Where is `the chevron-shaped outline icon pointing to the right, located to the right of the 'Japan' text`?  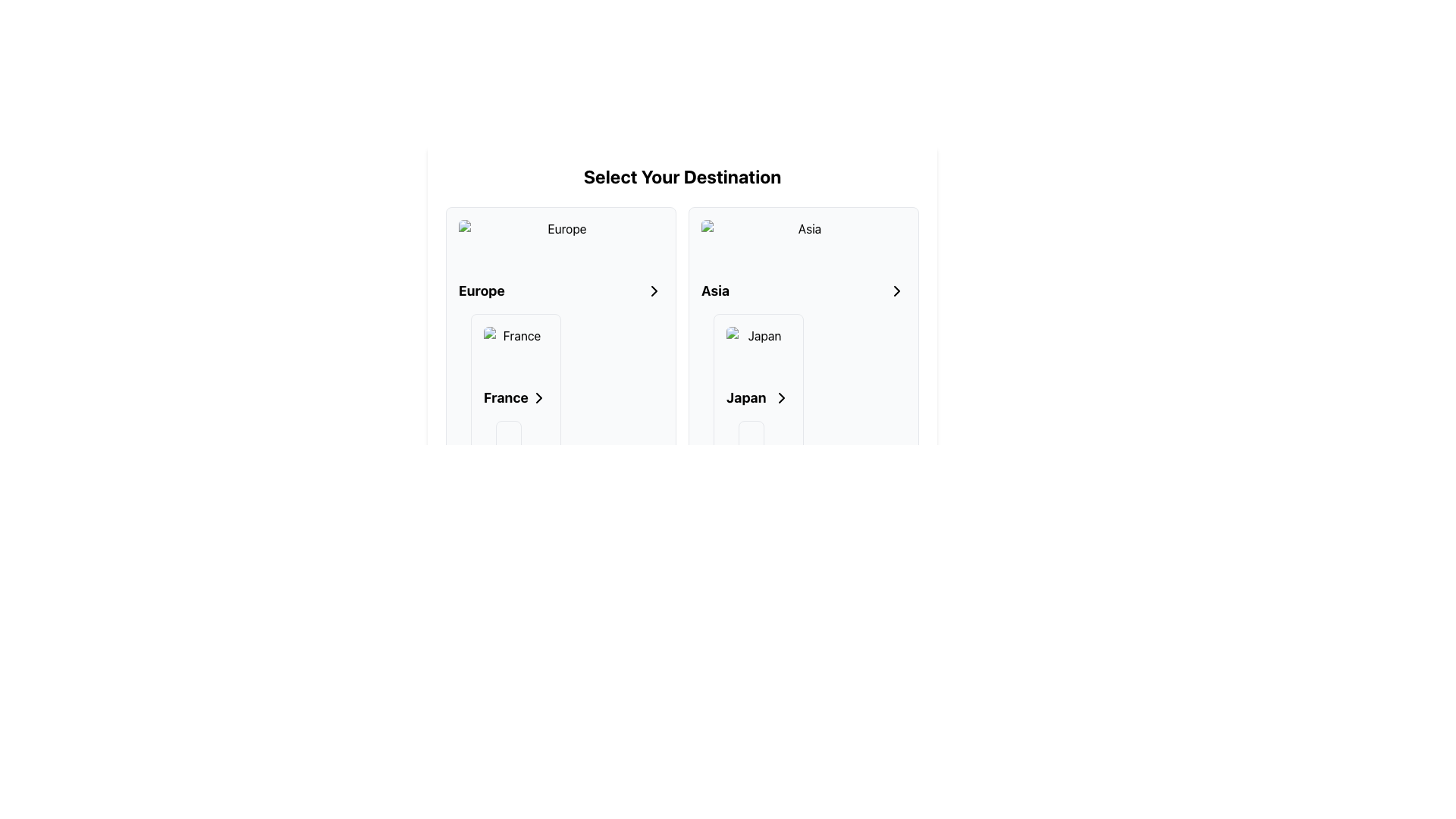
the chevron-shaped outline icon pointing to the right, located to the right of the 'Japan' text is located at coordinates (782, 397).